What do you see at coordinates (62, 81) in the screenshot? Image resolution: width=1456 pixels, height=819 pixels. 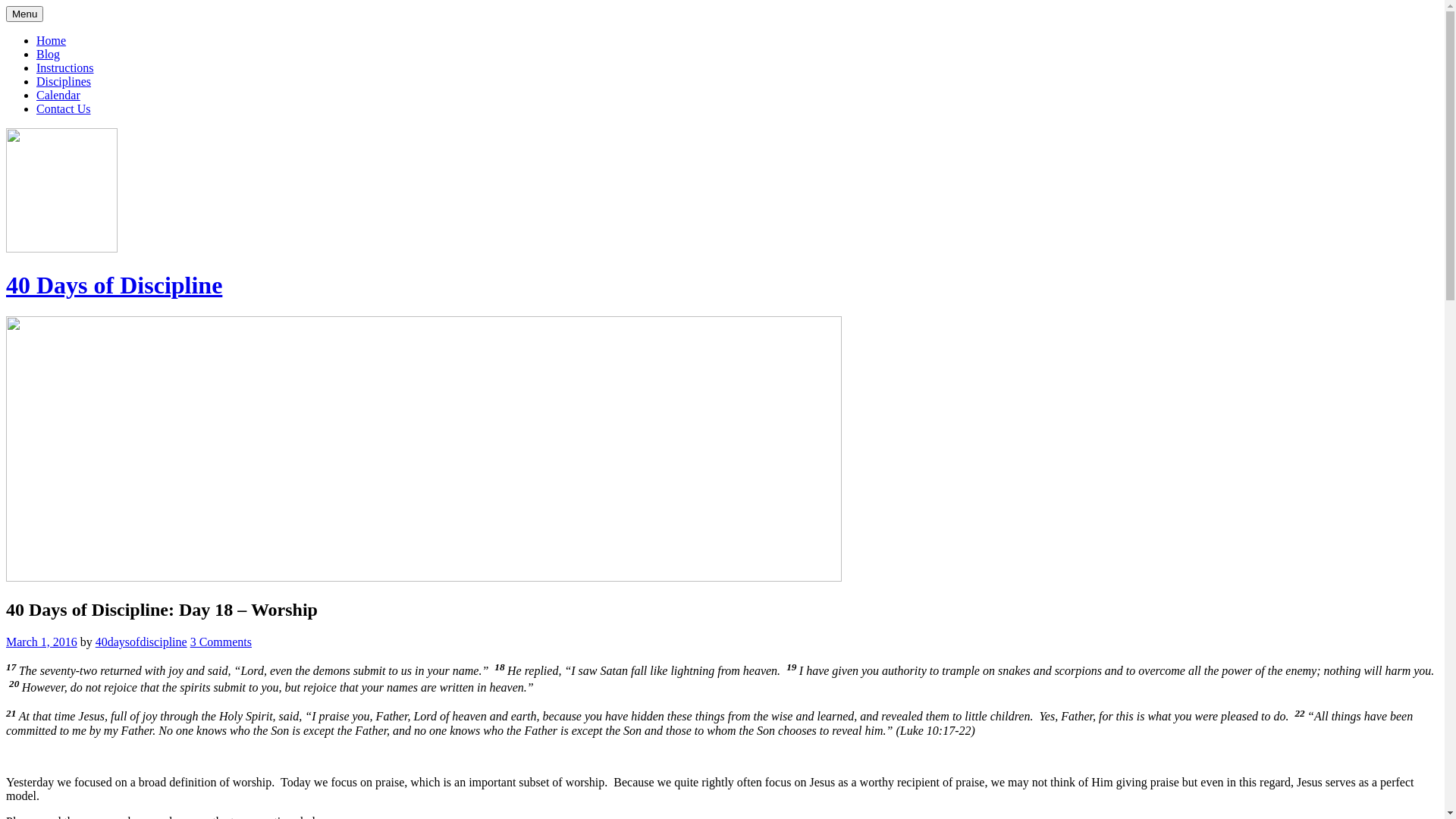 I see `'Disciplines'` at bounding box center [62, 81].